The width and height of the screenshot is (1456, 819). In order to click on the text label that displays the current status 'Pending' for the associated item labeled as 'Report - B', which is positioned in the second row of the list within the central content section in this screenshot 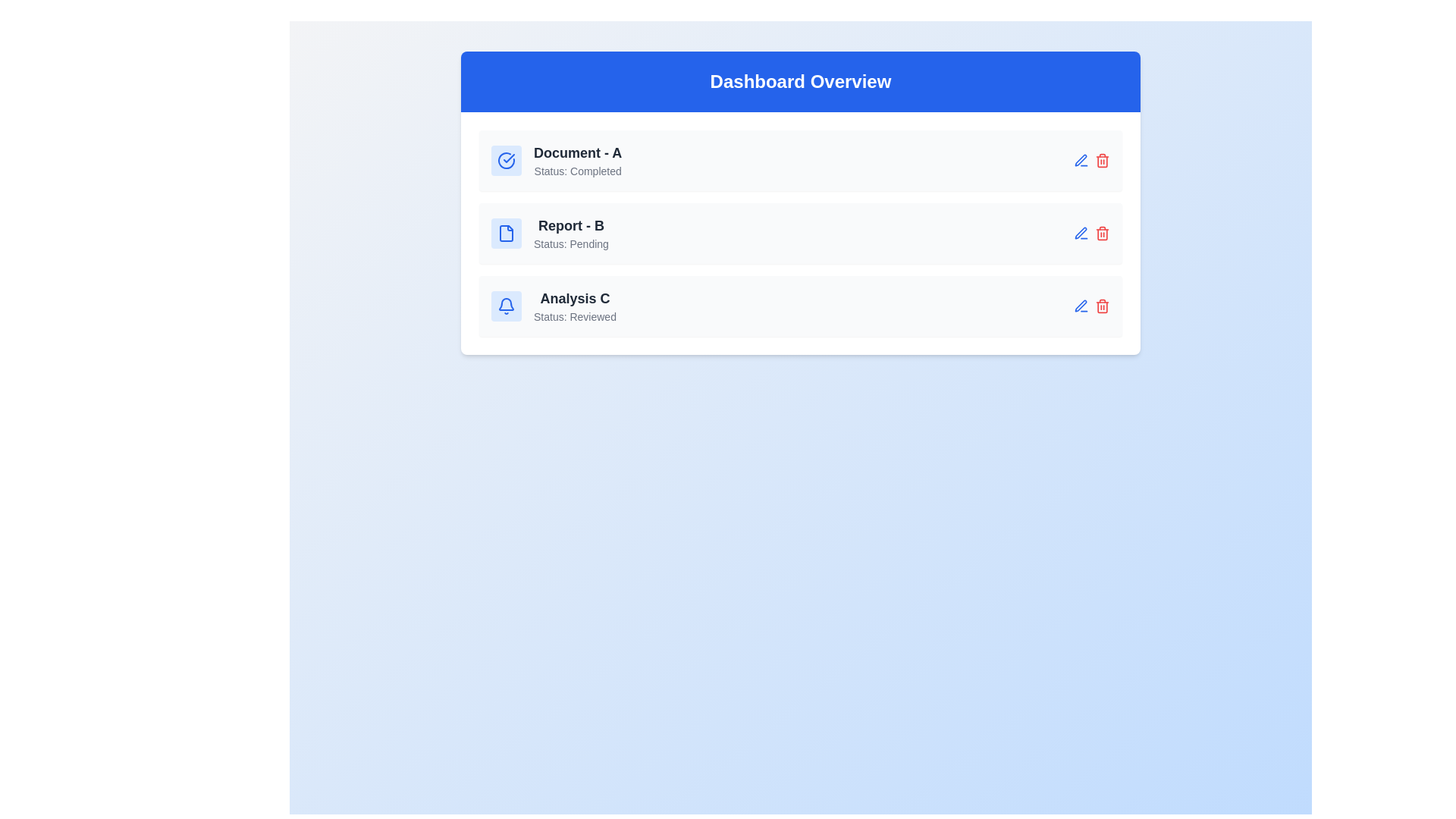, I will do `click(570, 243)`.